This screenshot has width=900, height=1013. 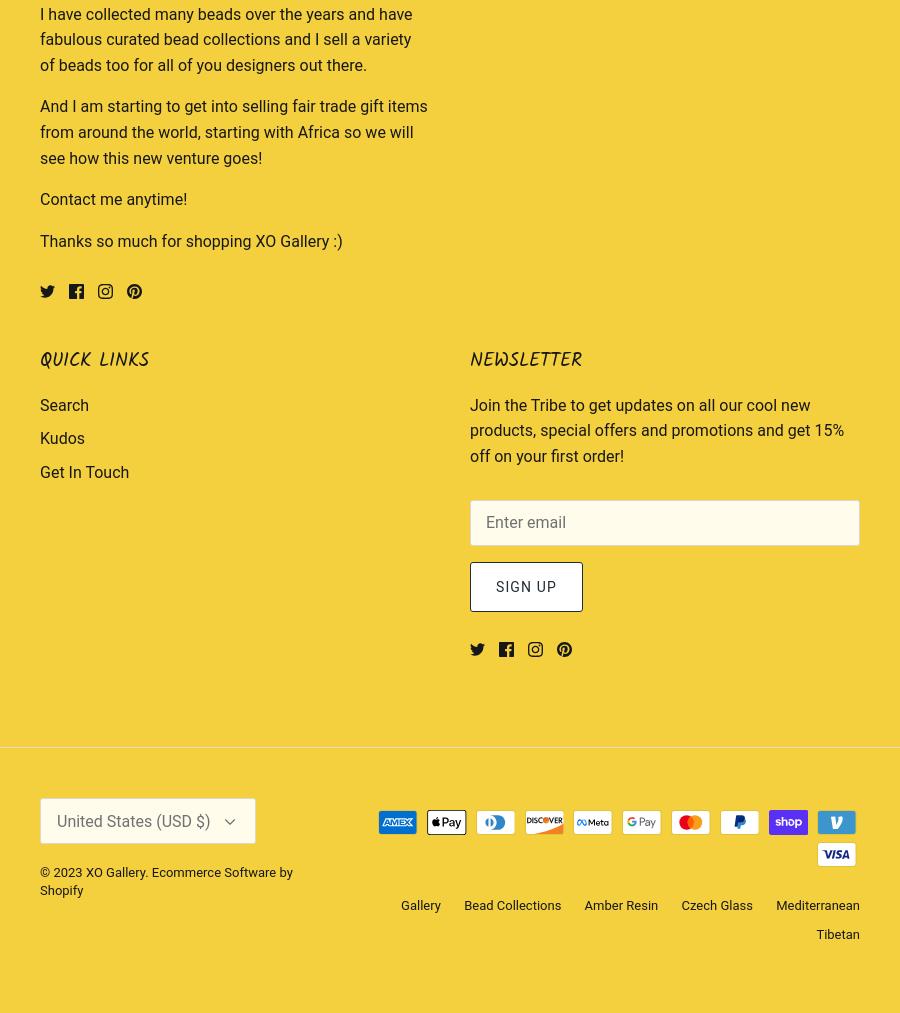 I want to click on 'Greece', so click(x=642, y=107).